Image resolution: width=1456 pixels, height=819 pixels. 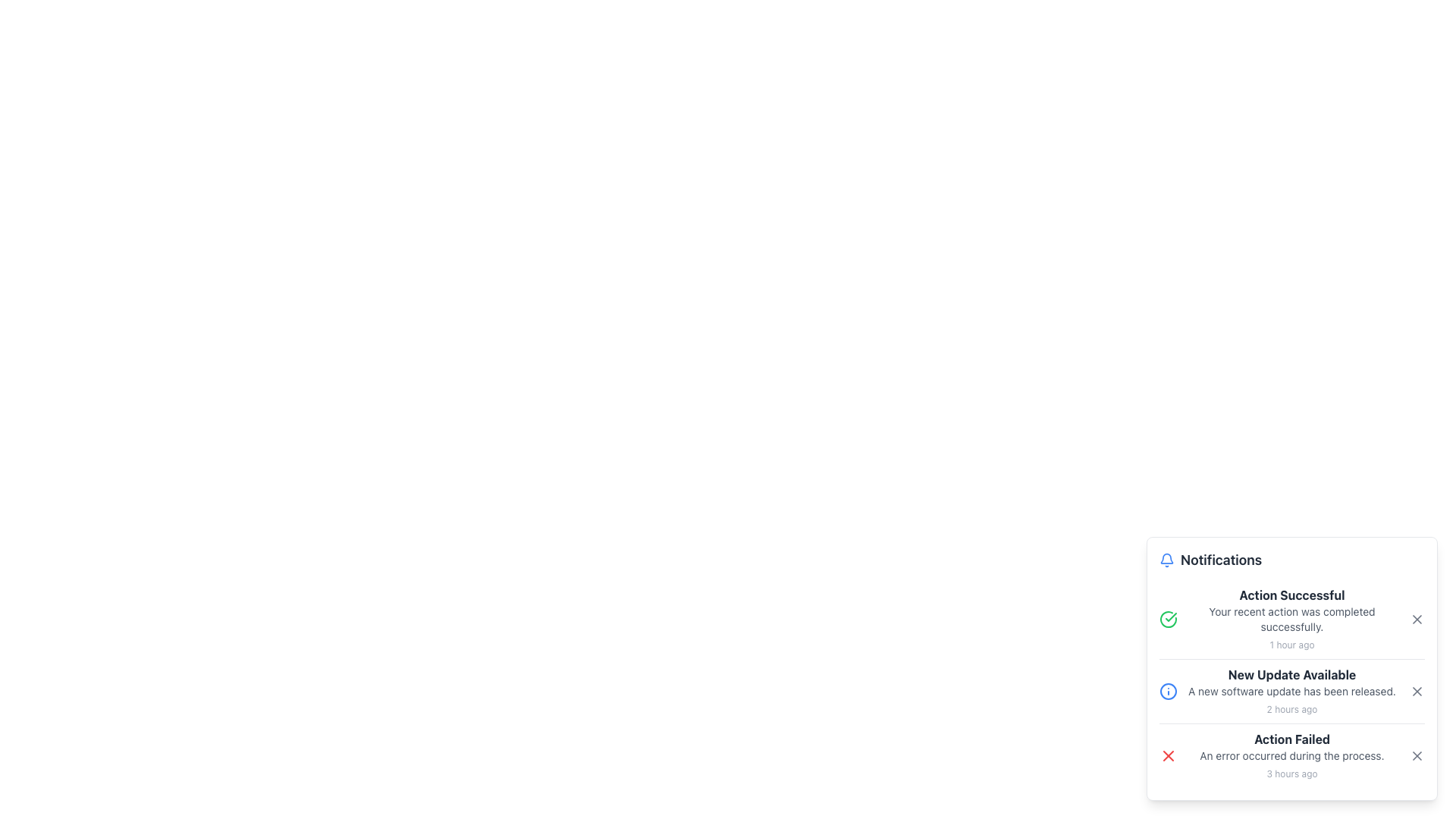 What do you see at coordinates (1291, 755) in the screenshot?
I see `the error state of the third notification item located at the bottom of the notification panel` at bounding box center [1291, 755].